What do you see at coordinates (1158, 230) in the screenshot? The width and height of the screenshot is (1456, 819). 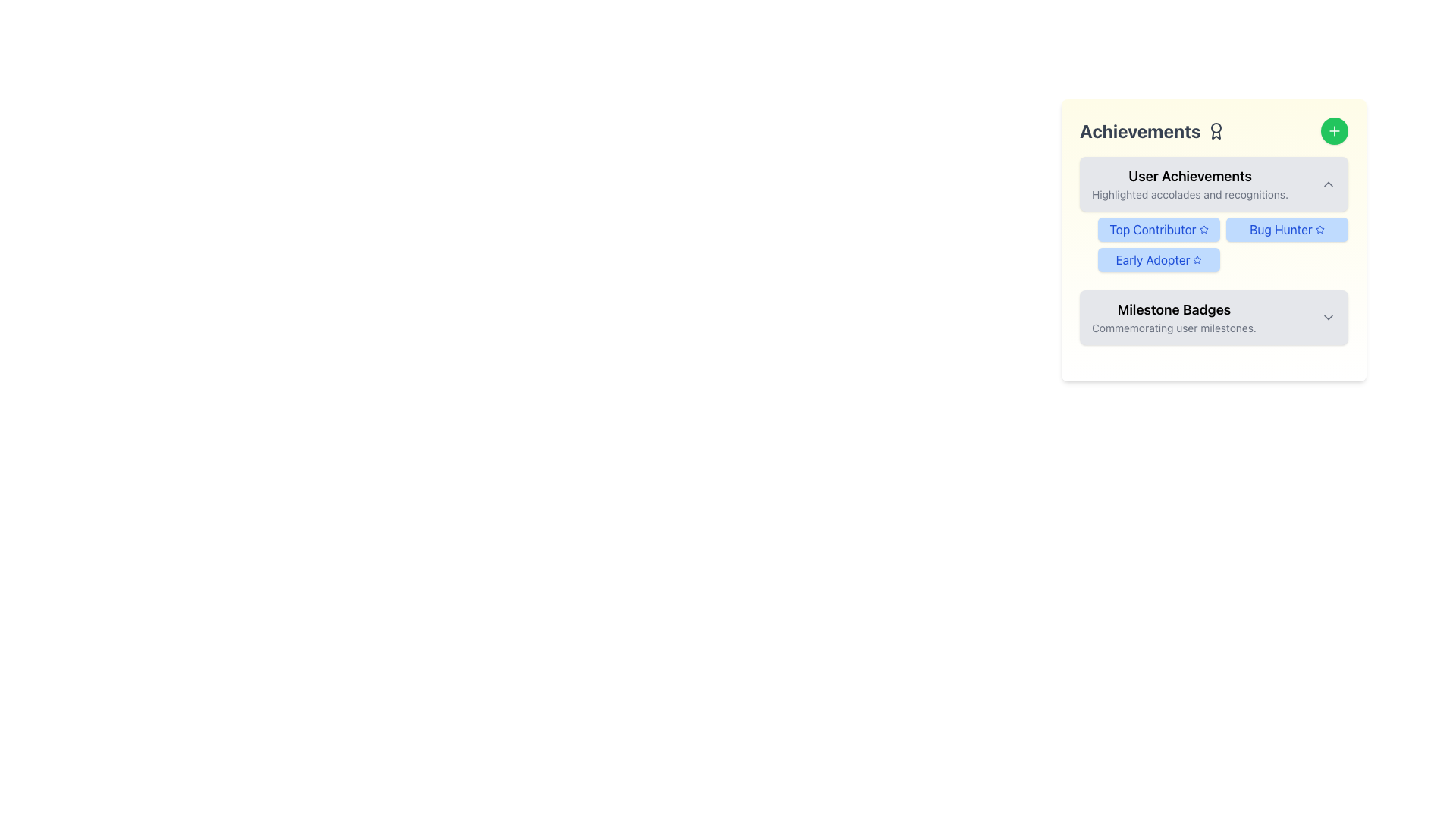 I see `the Decorative Badge that indicates the user's achievement as 'Top Contributor' located in the top-left quadrant of the 'User Achievements' section in the 'Achievements' panel` at bounding box center [1158, 230].